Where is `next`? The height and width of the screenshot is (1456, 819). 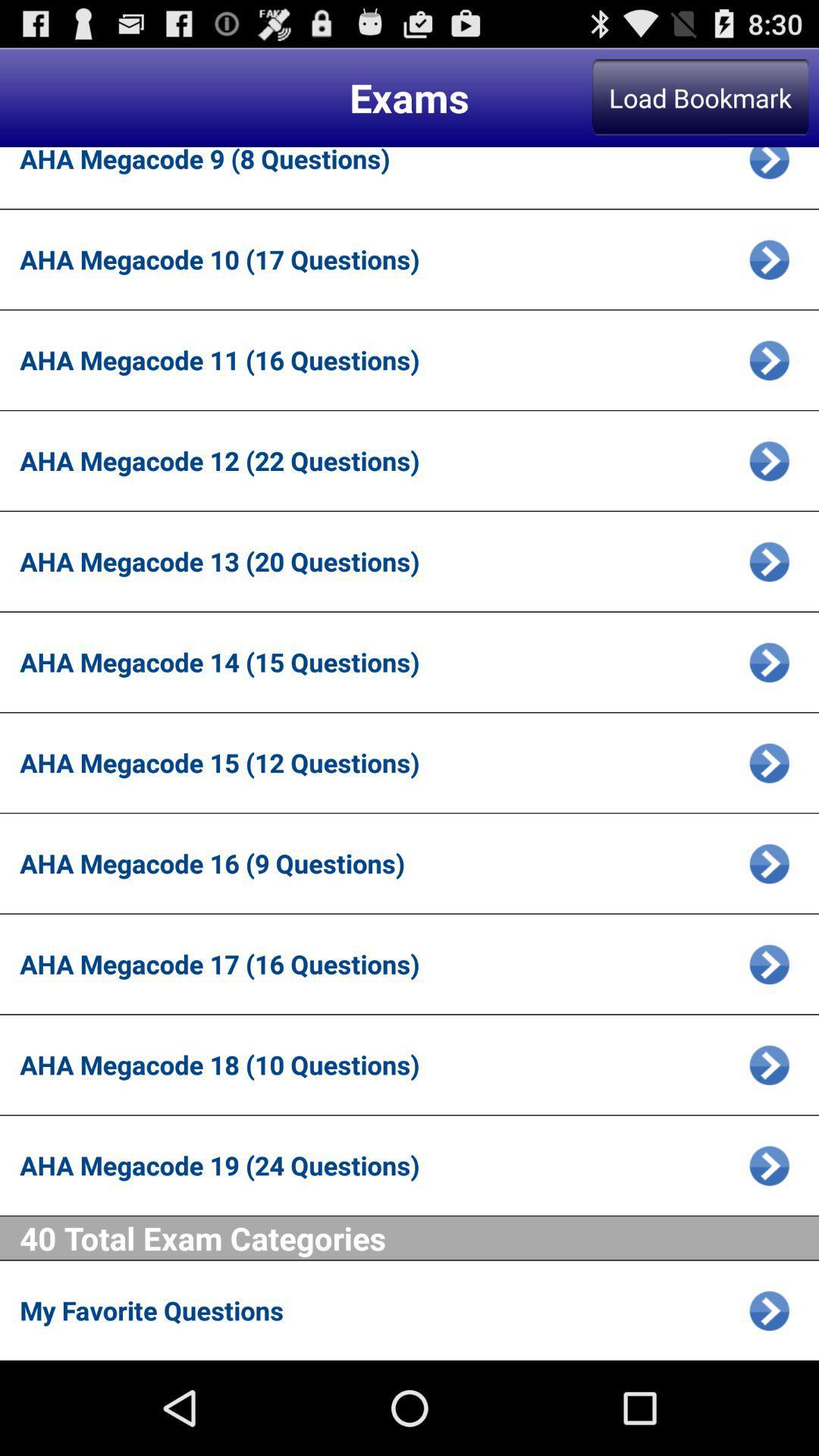 next is located at coordinates (769, 1310).